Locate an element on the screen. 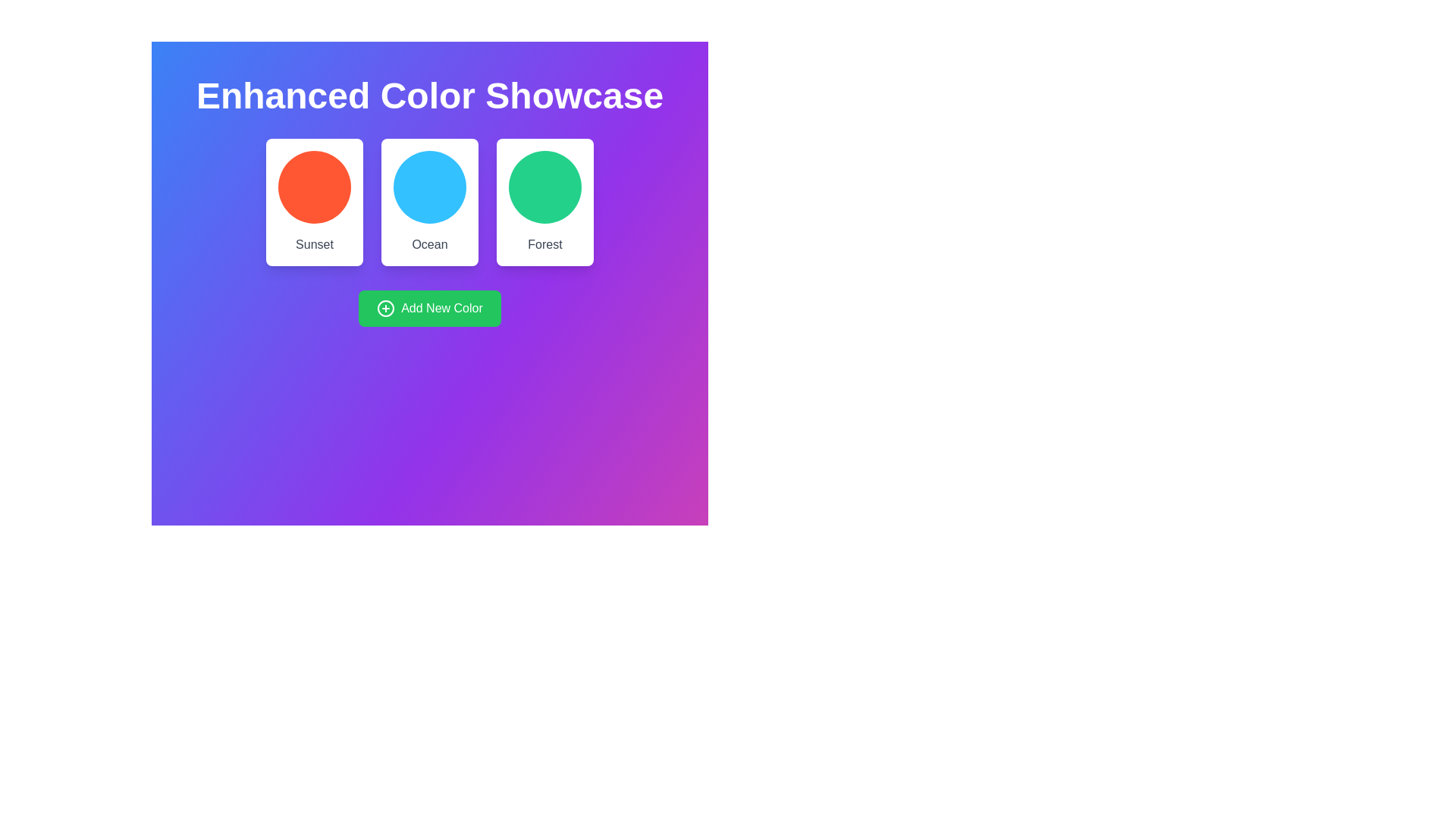 The width and height of the screenshot is (1456, 819). the second text label that indicates the theme 'Ocean', positioned centrally beneath a blue circular graphical representation is located at coordinates (428, 244).